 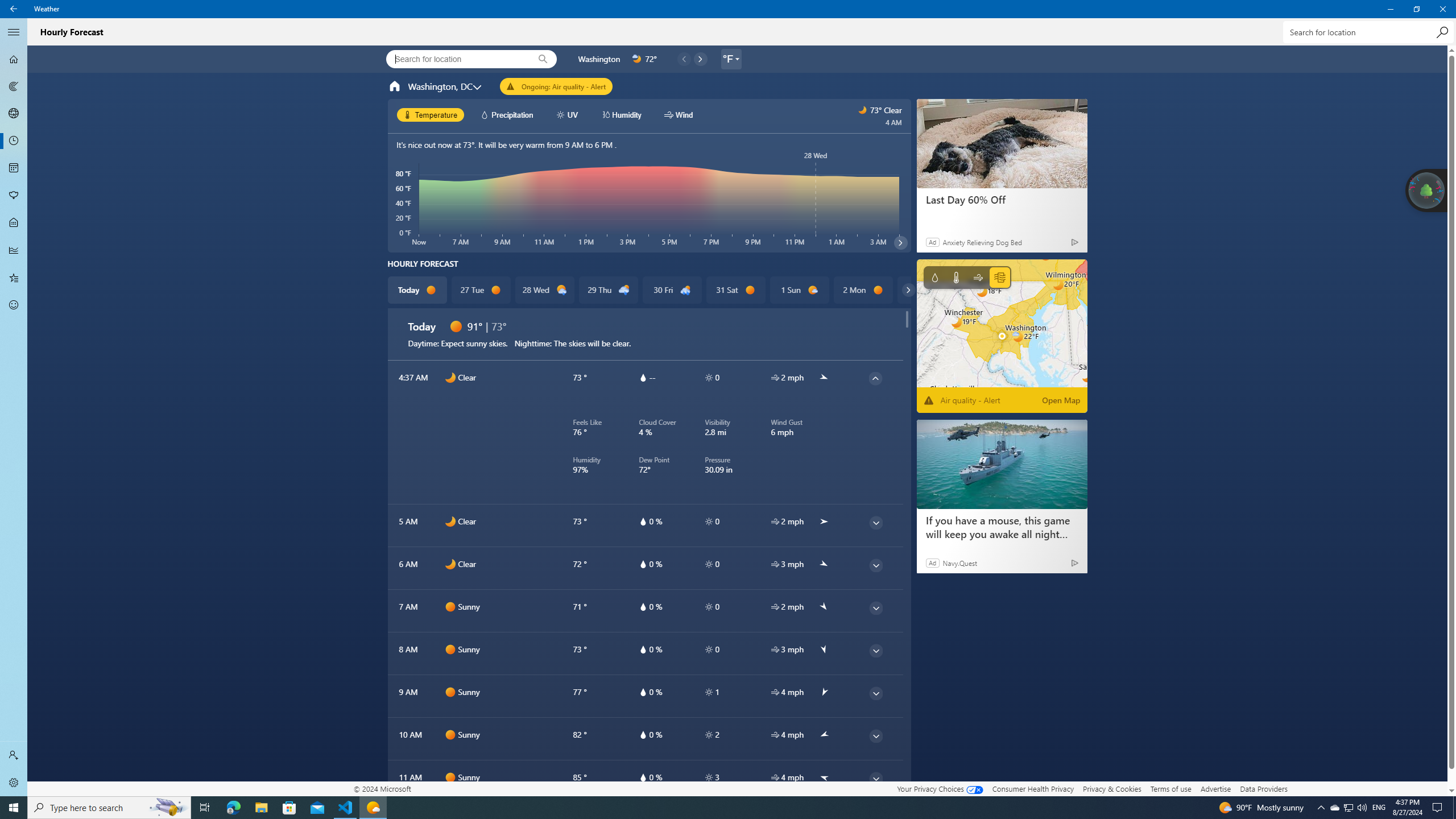 What do you see at coordinates (14, 249) in the screenshot?
I see `'Historical Weather - Not Selected'` at bounding box center [14, 249].